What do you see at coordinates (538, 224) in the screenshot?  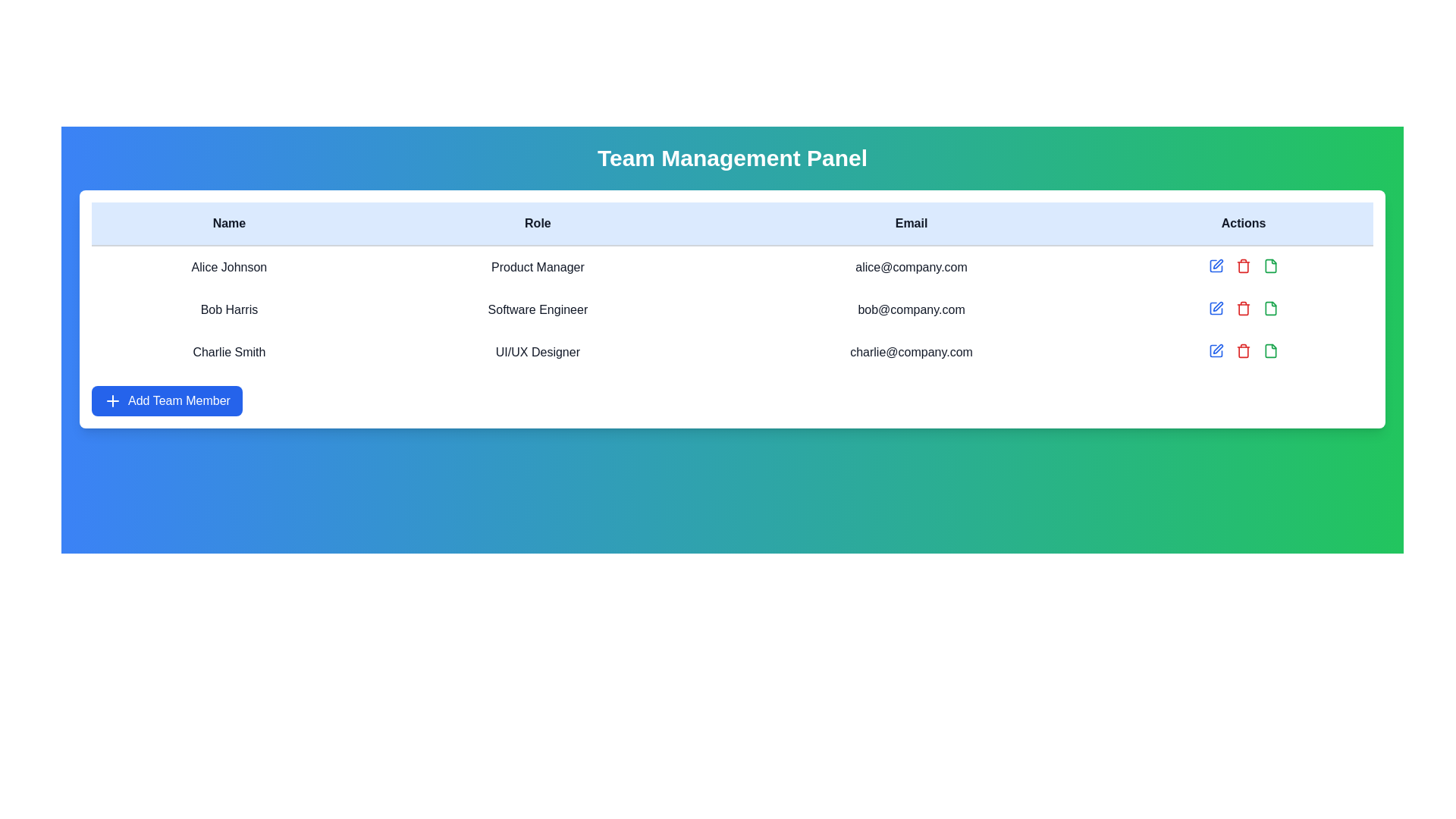 I see `the 'Role' table header cell, which is styled with a light blue background and black text, located in the second column of the table under the 'Team Management Panel'` at bounding box center [538, 224].